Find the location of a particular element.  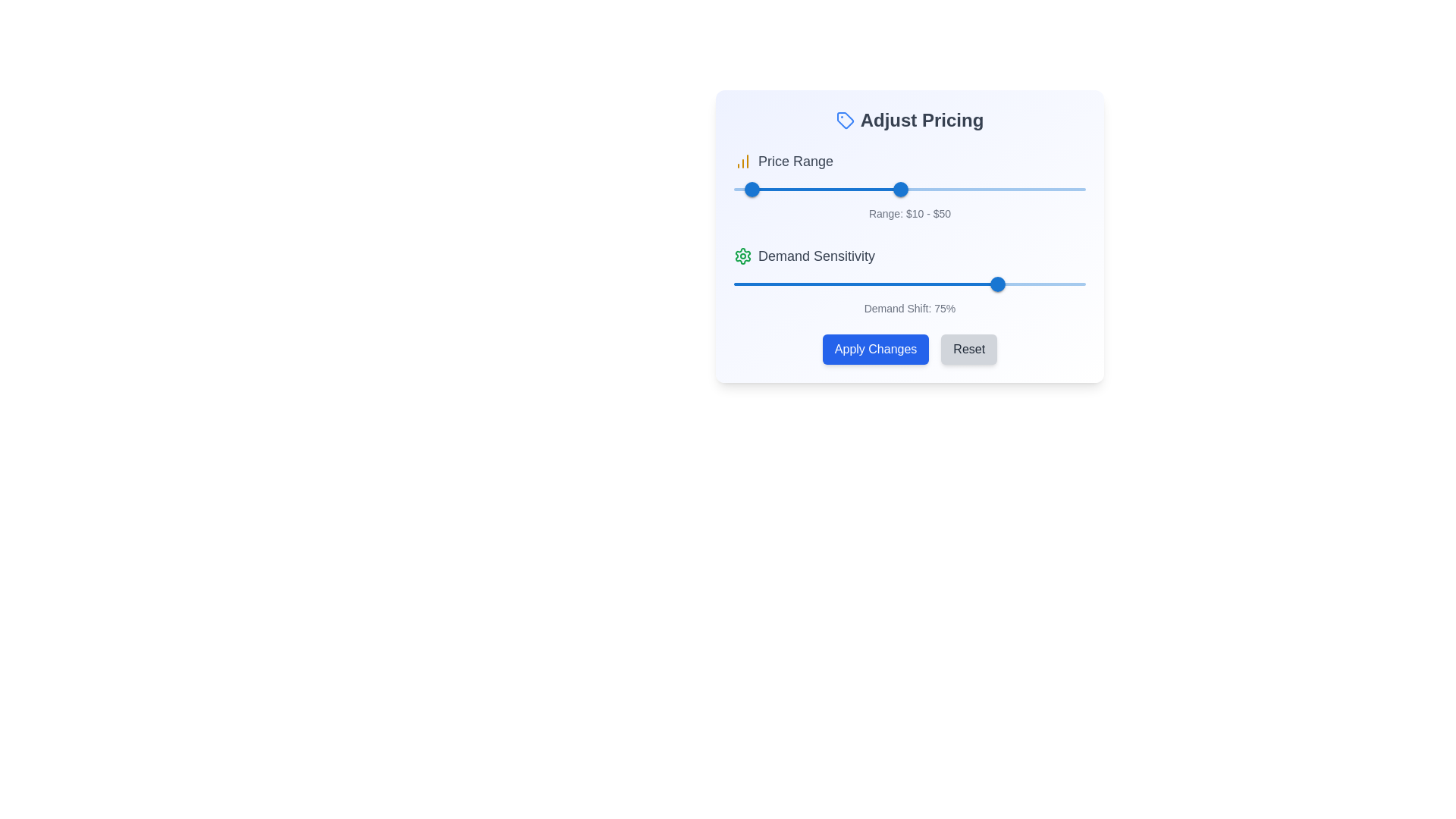

Demand Sensitivity is located at coordinates (817, 284).